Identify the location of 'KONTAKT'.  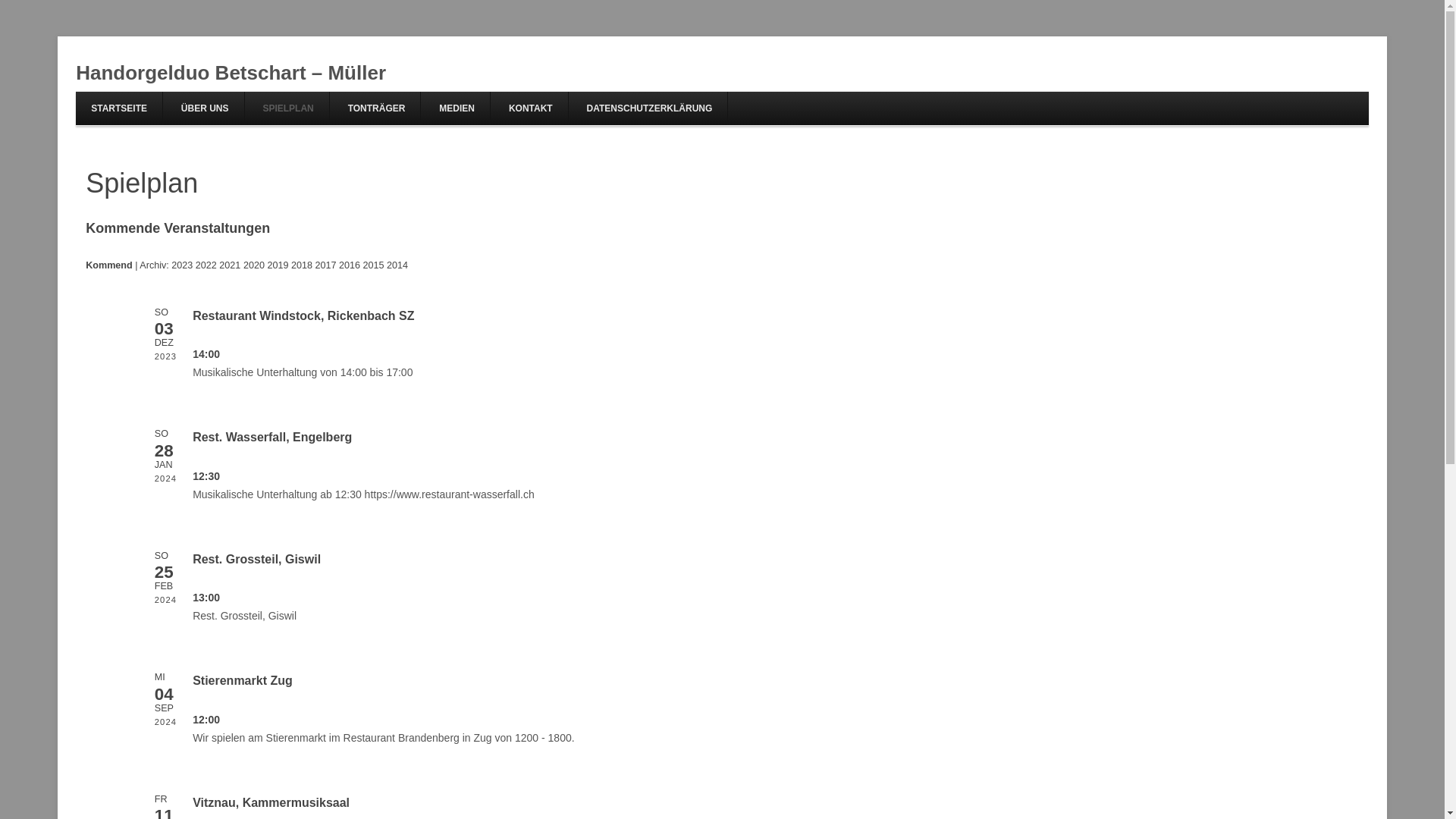
(531, 107).